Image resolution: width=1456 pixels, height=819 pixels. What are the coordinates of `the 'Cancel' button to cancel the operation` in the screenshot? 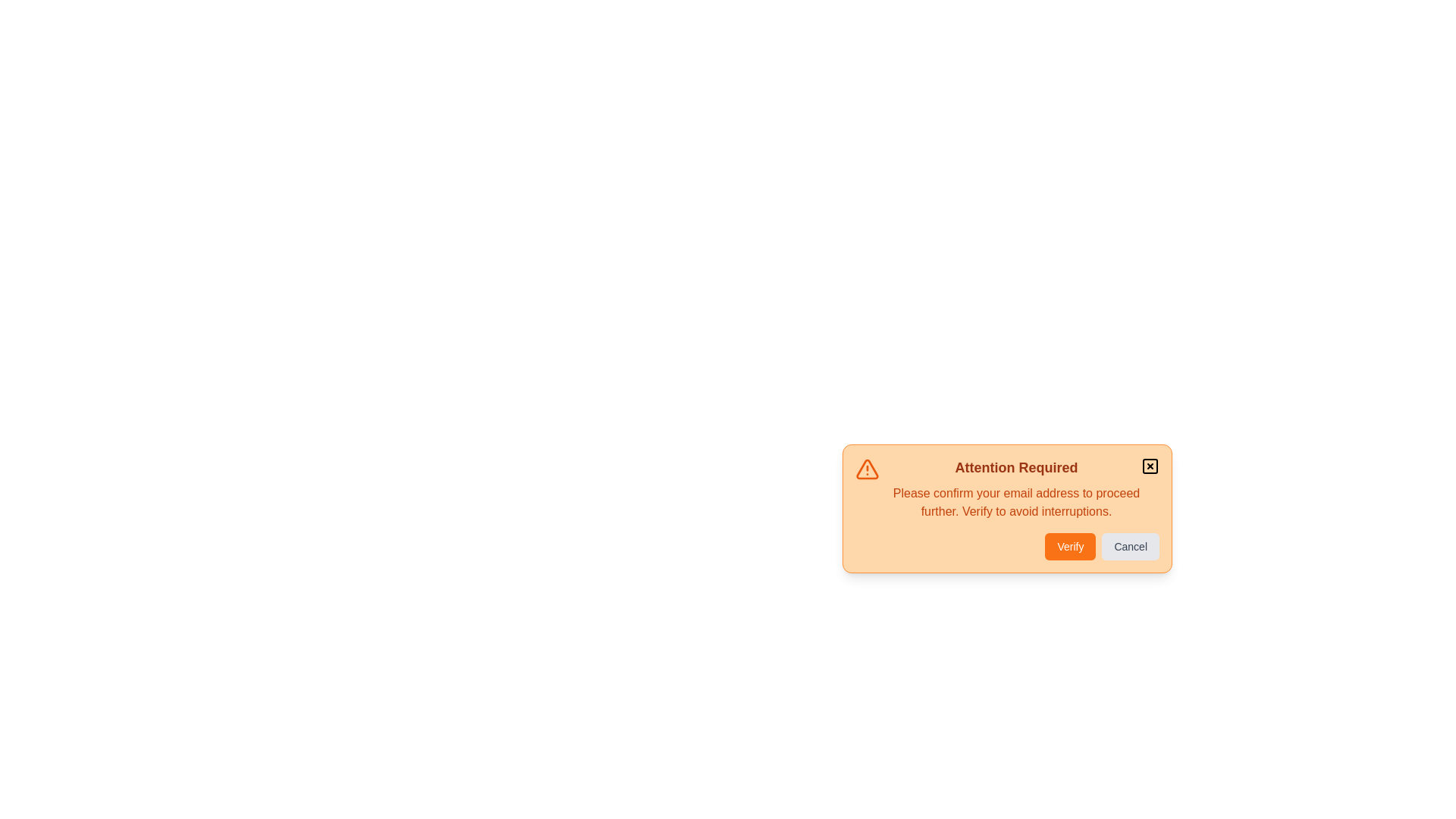 It's located at (1131, 547).